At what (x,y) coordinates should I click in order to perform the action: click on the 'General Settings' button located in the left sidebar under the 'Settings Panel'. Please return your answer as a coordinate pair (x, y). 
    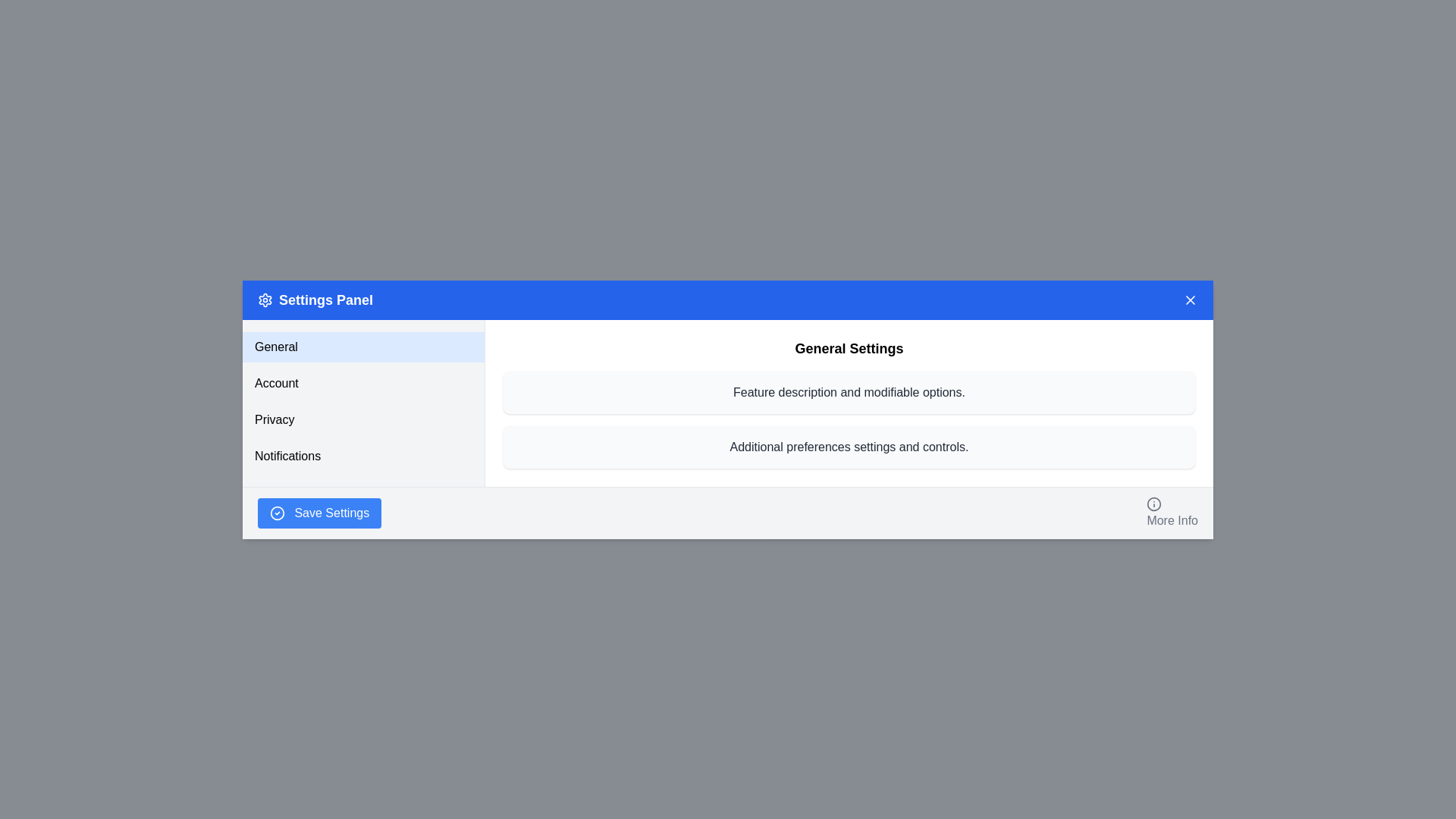
    Looking at the image, I should click on (362, 347).